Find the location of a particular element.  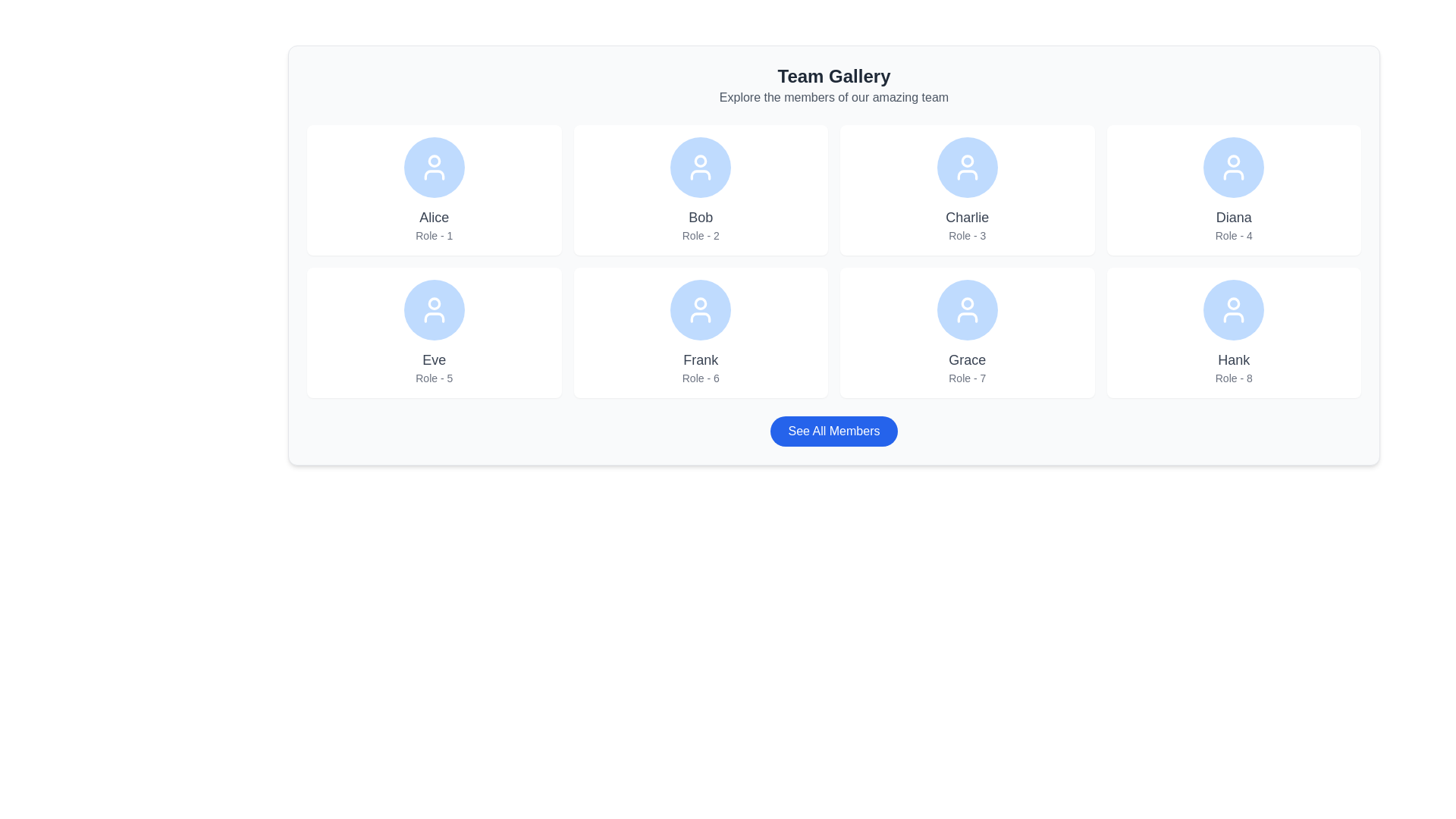

the user icon representing 'Charlie', which is a circular icon with a head and shoulders figure in white against a blue background, located in the team gallery grid is located at coordinates (966, 167).